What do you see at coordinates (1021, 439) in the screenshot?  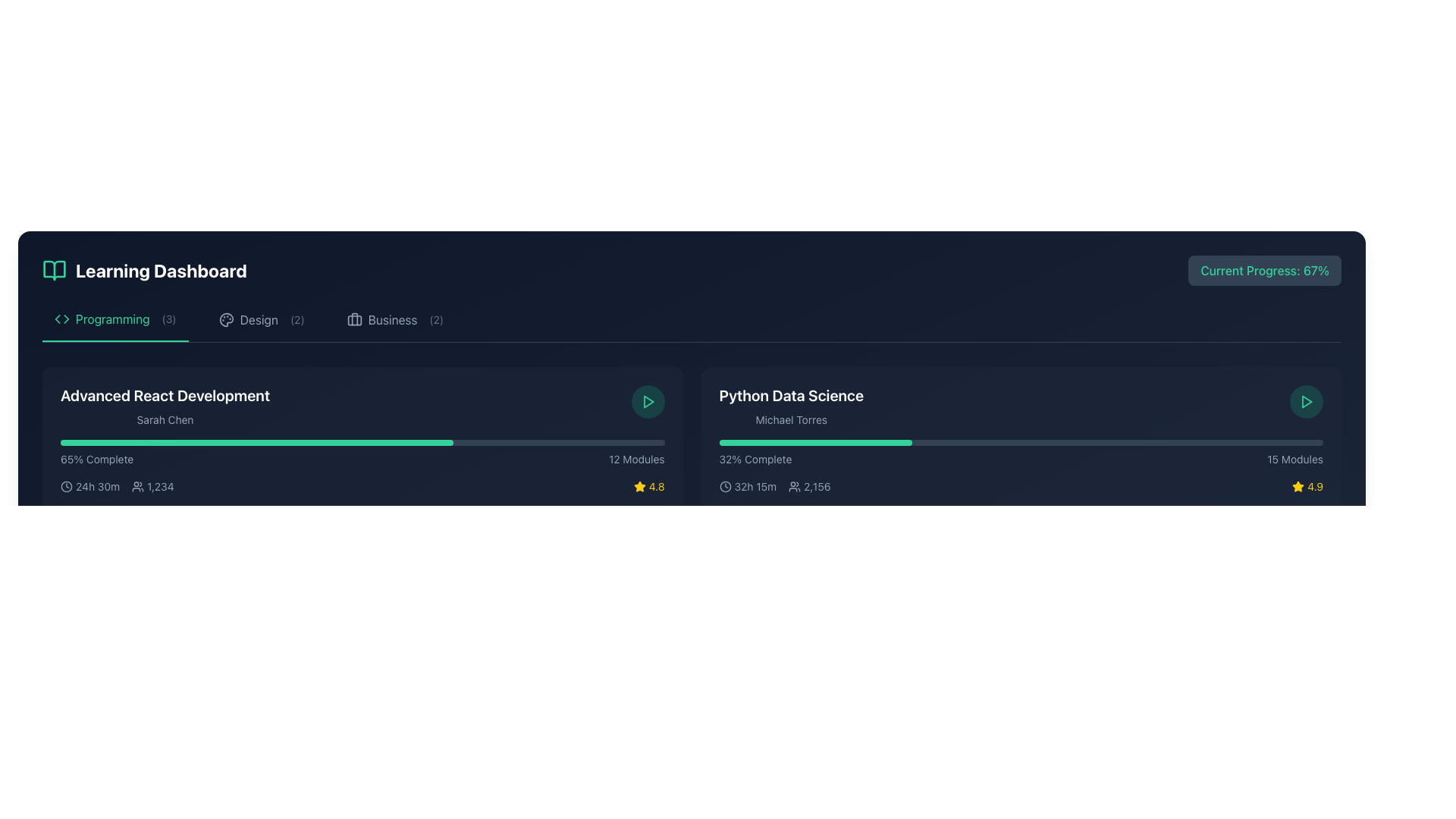 I see `the play icon in the 'Python Data Science' course card` at bounding box center [1021, 439].